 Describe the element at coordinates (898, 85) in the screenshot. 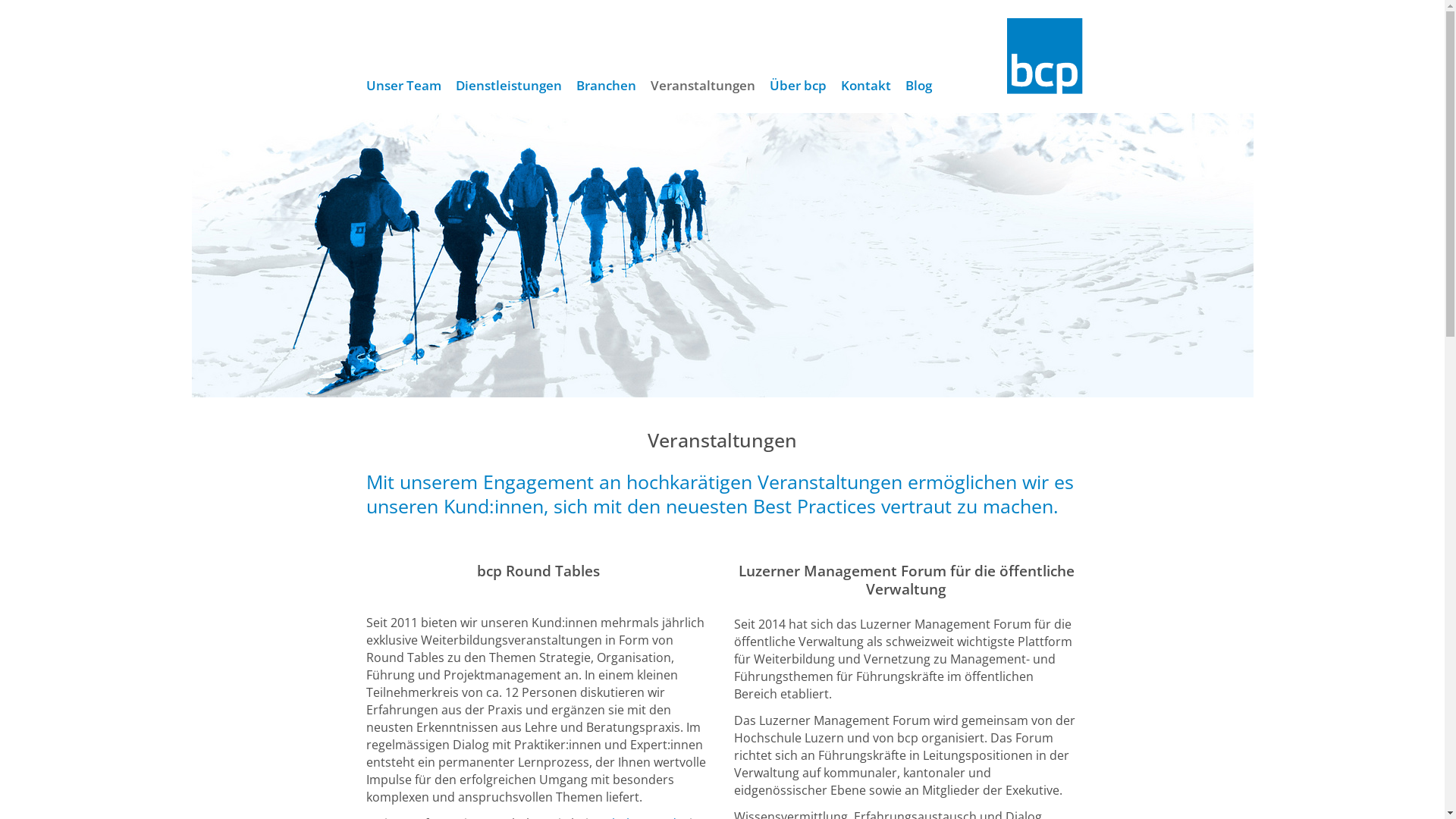

I see `'Blog'` at that location.